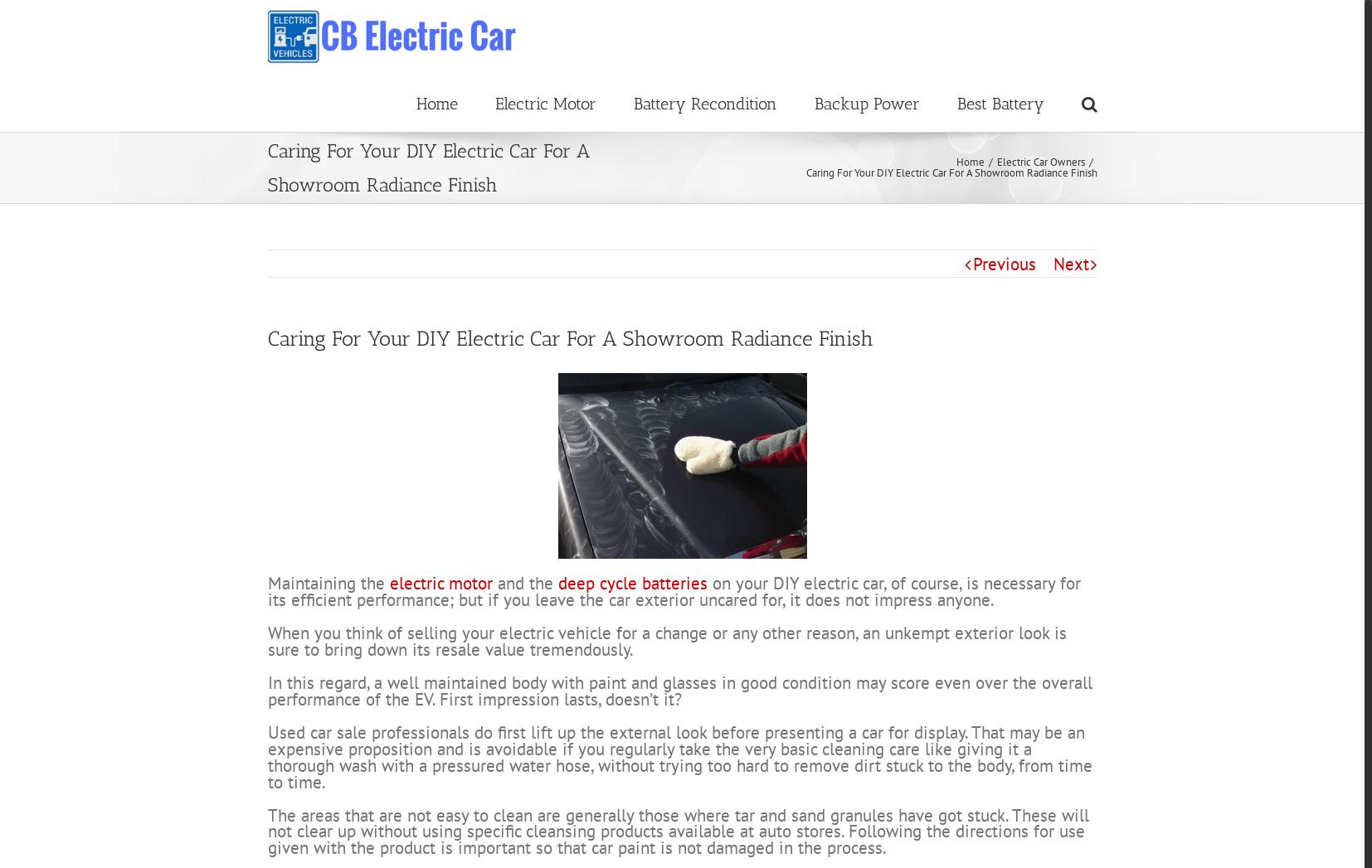 This screenshot has width=1372, height=868. Describe the element at coordinates (666, 701) in the screenshot. I see `'When you think of selling your electric vehicle for a change or any other reason, an unkempt exterior look is sure to bring down its resale value tremendously.'` at that location.